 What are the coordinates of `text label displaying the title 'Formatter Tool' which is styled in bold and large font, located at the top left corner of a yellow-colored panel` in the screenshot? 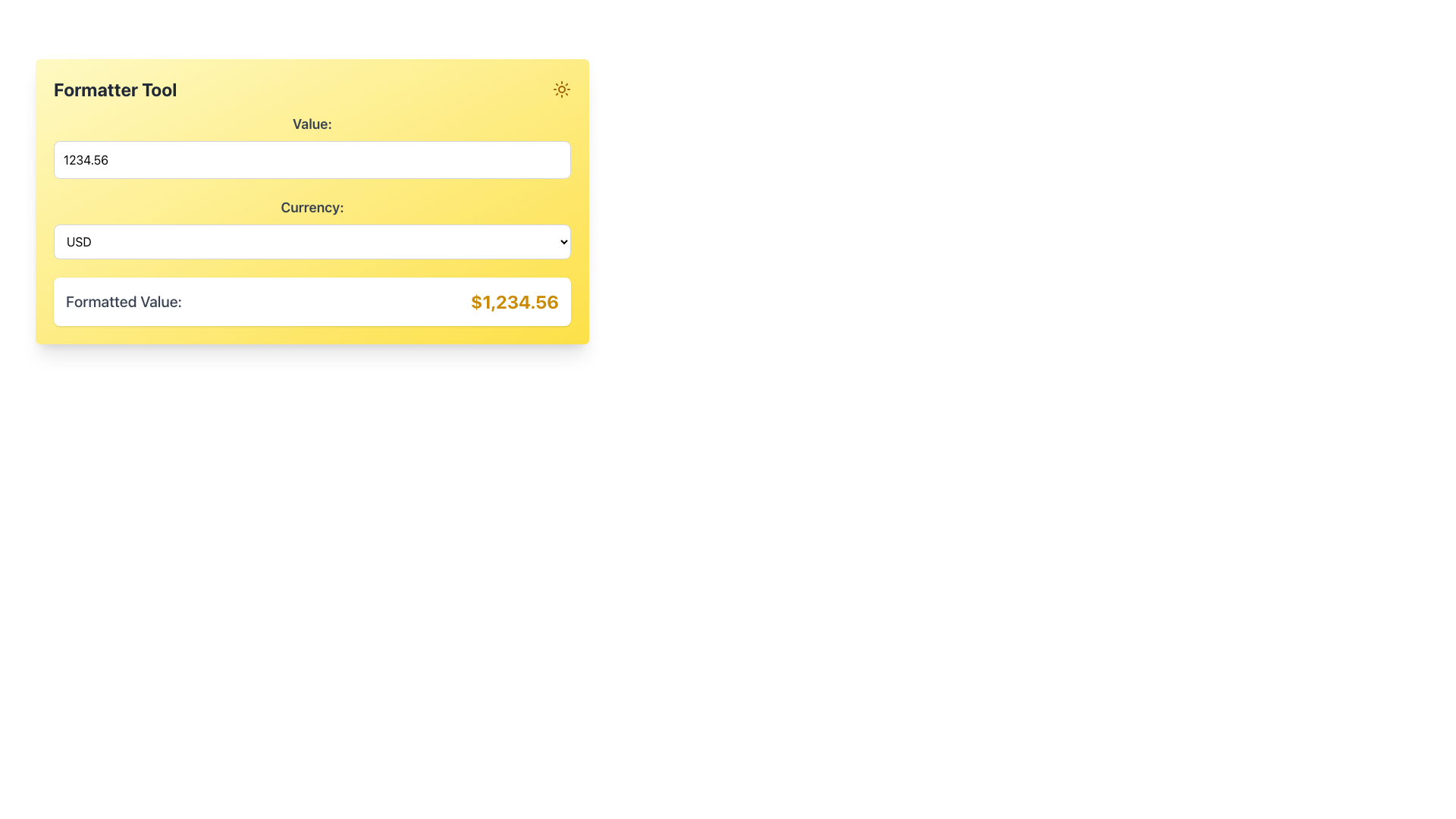 It's located at (115, 89).